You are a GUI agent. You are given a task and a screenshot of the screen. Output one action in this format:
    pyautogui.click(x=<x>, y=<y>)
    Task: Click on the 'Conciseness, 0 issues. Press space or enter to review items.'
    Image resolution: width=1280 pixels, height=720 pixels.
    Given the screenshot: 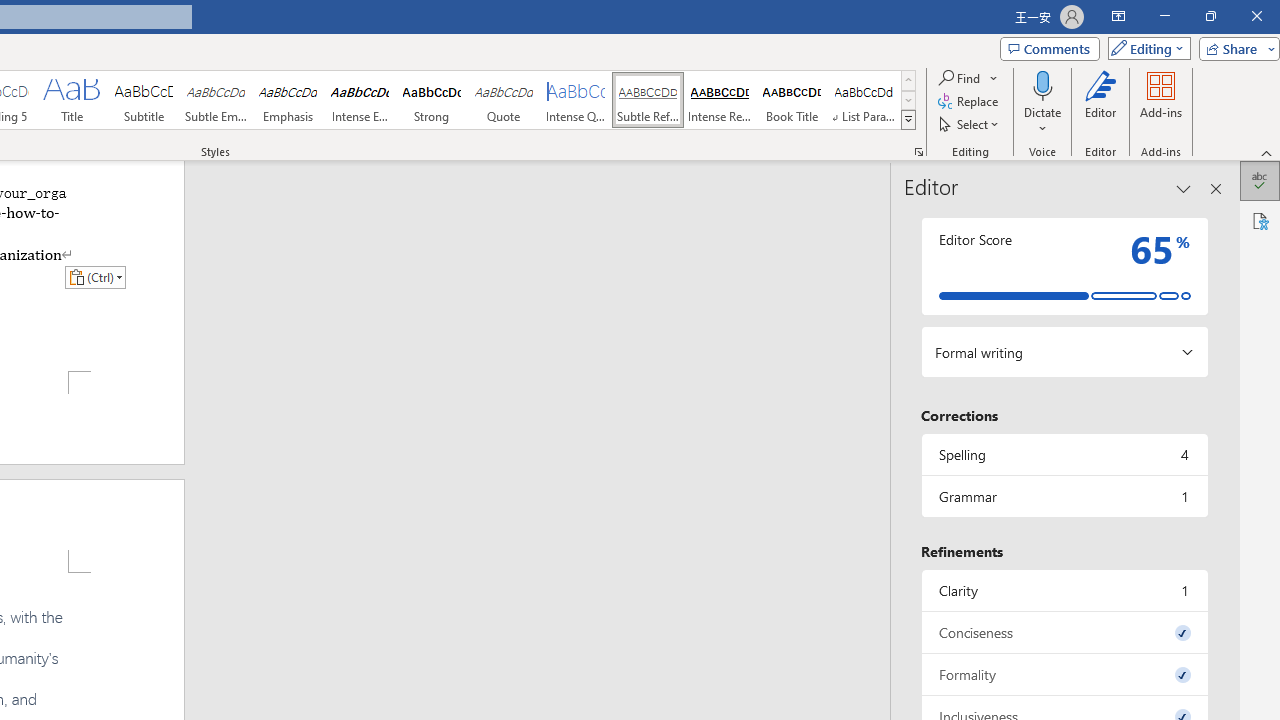 What is the action you would take?
    pyautogui.click(x=1063, y=632)
    